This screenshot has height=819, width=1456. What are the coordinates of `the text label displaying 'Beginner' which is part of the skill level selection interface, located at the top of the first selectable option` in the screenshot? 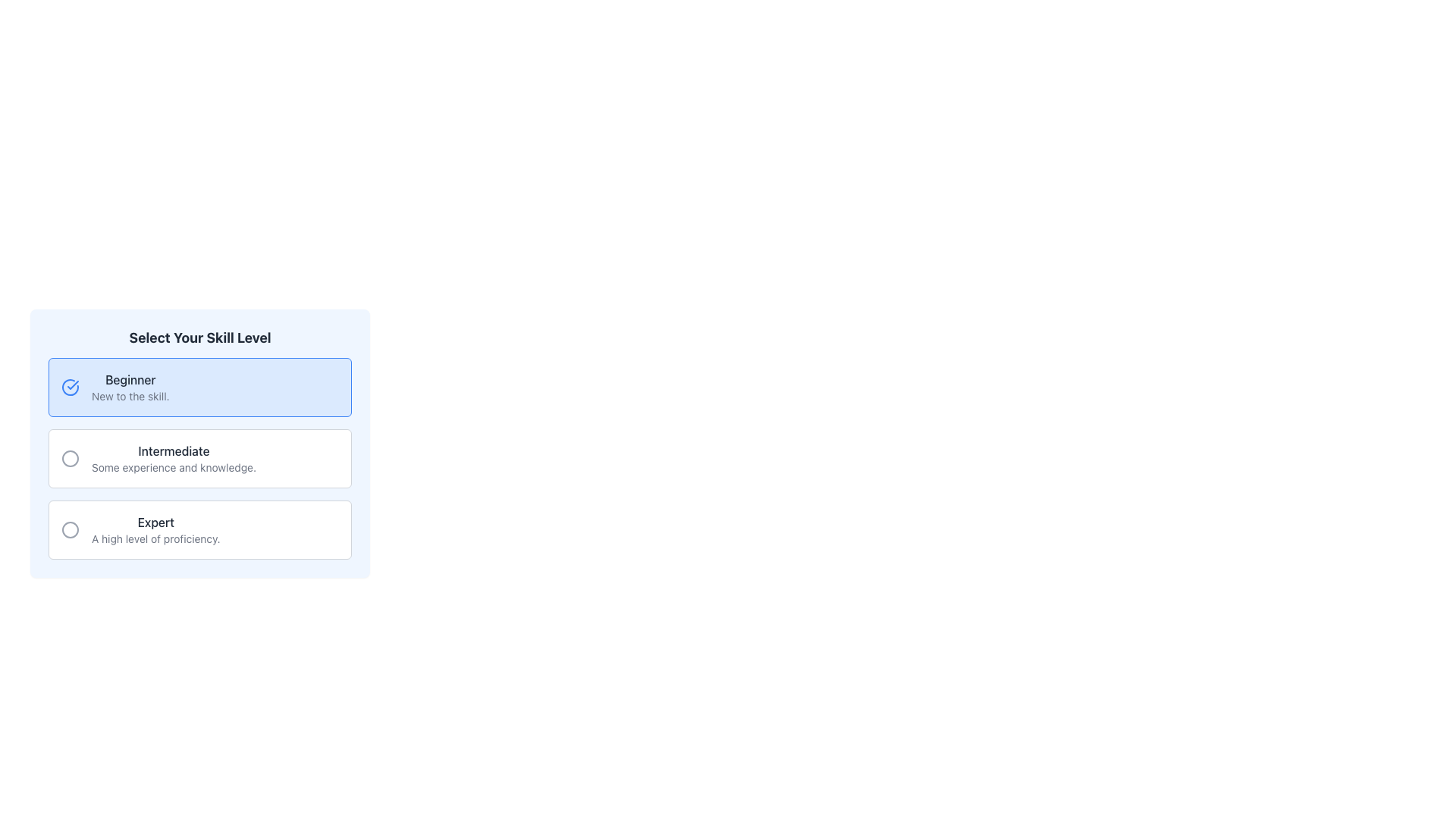 It's located at (130, 379).